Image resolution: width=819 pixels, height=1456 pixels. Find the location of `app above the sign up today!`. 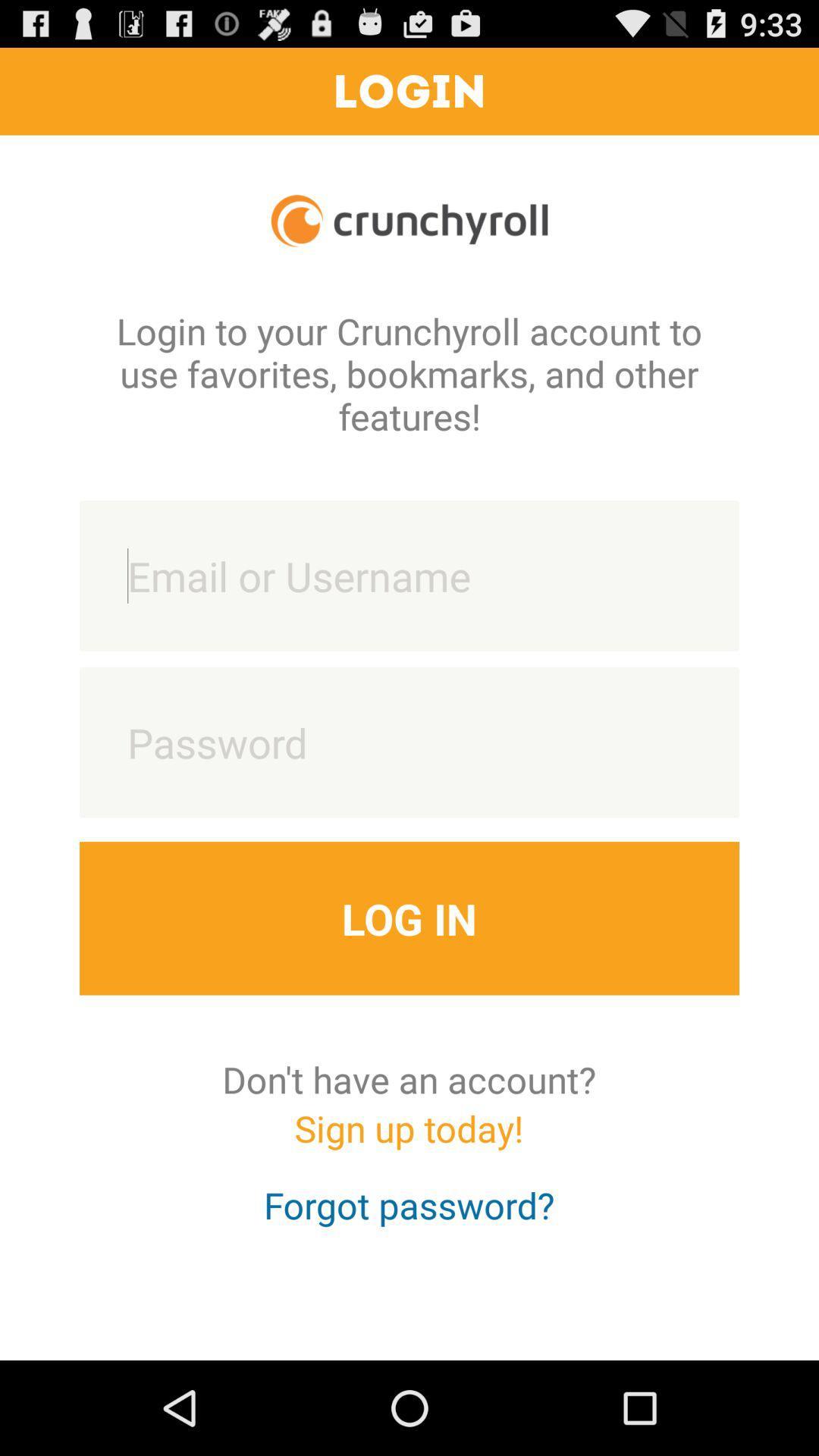

app above the sign up today! is located at coordinates (408, 1078).